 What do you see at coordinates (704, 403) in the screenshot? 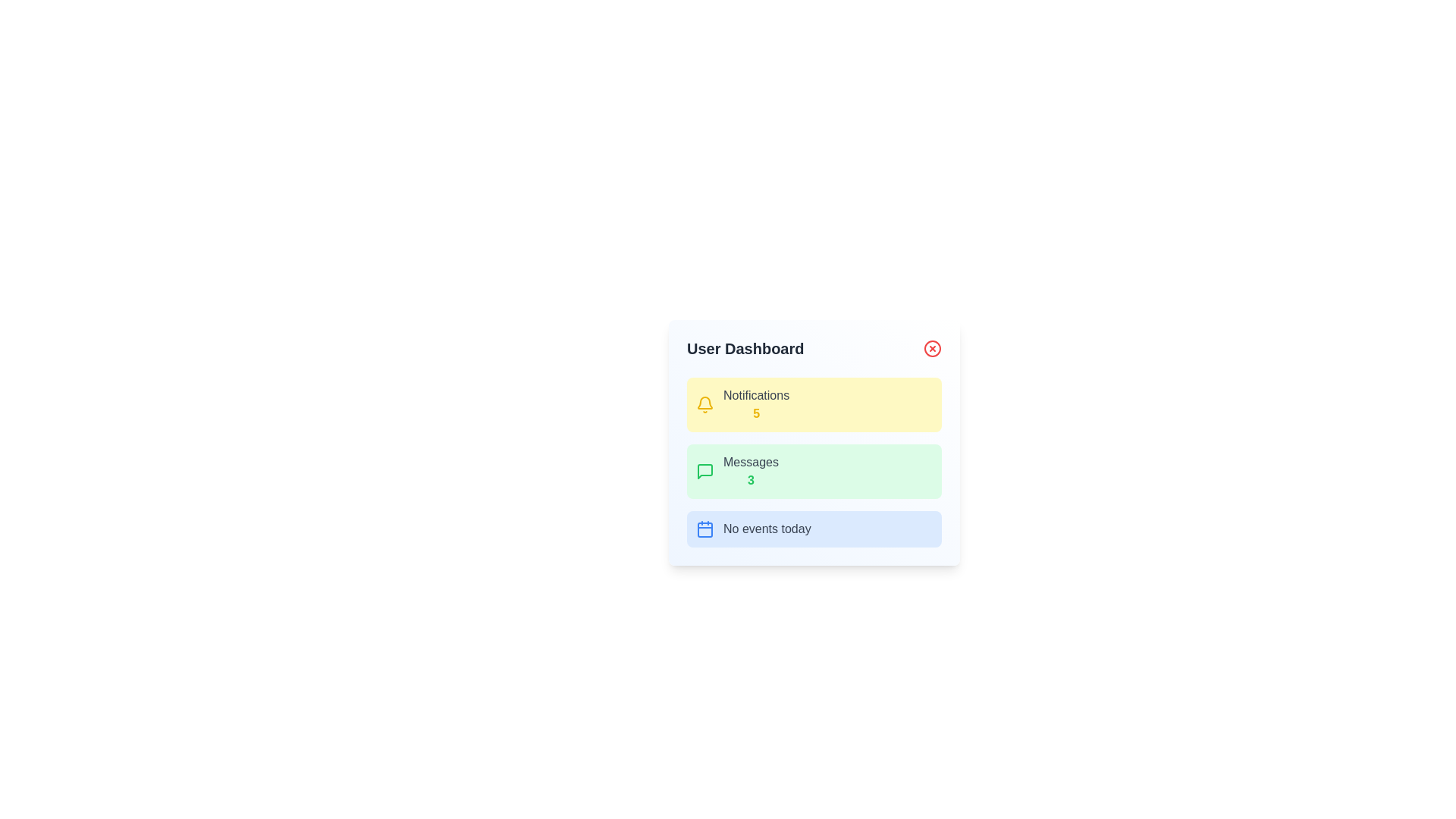
I see `the notification icon located to the left of the 'Notifications 5' text within the yellow-background rectangle` at bounding box center [704, 403].